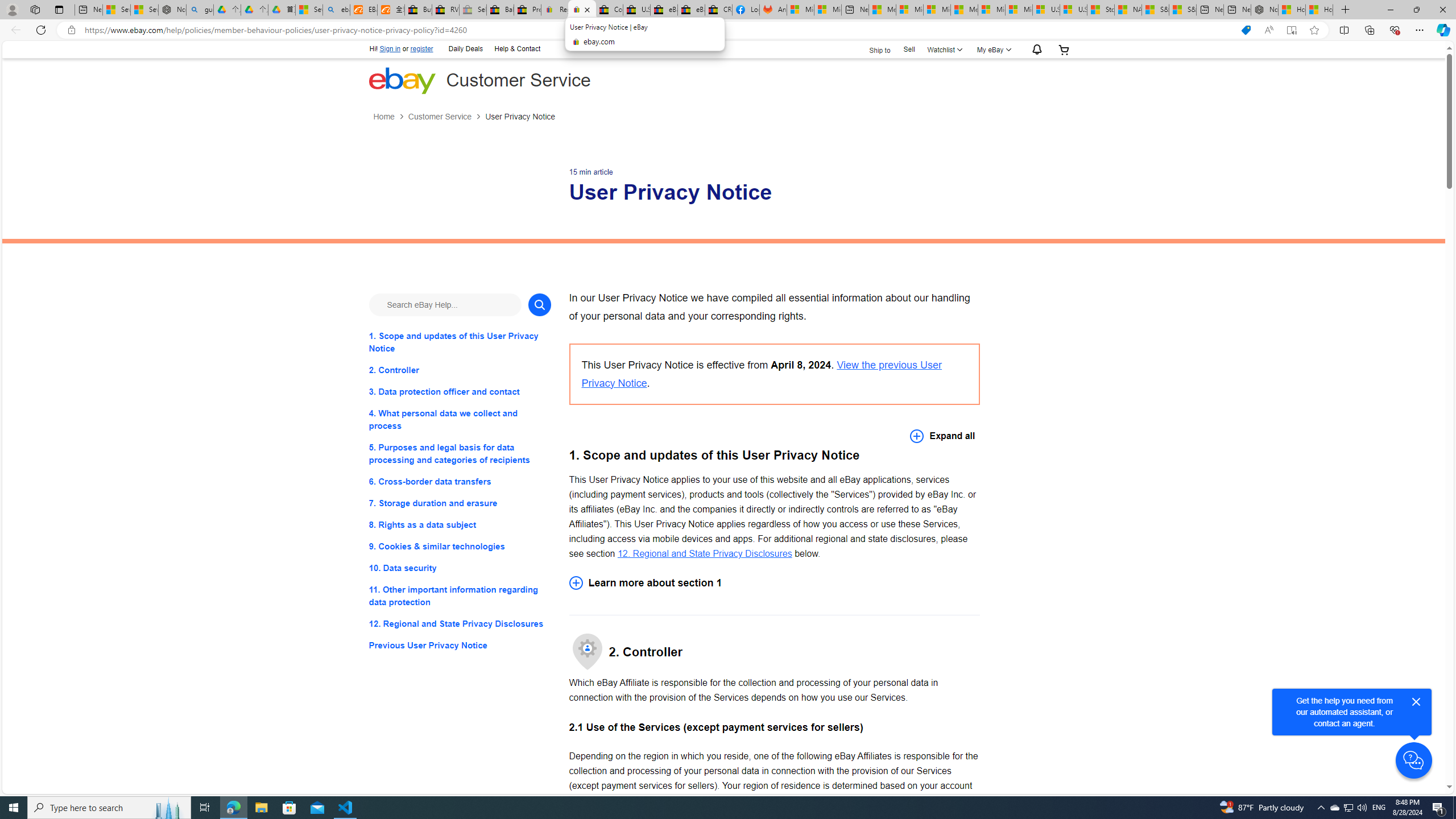 The image size is (1456, 819). What do you see at coordinates (459, 596) in the screenshot?
I see `'11. Other important information regarding data protection'` at bounding box center [459, 596].